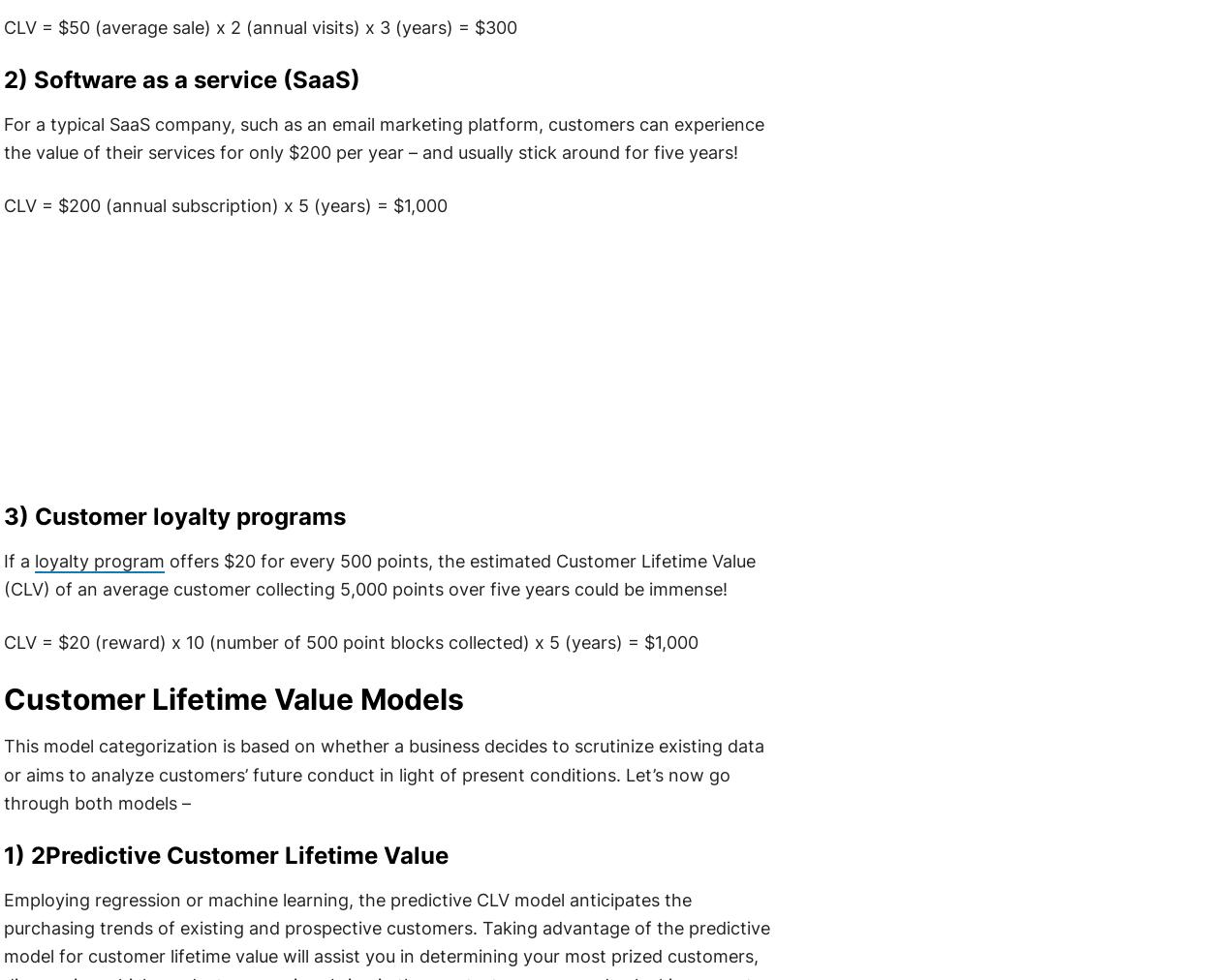 This screenshot has width=1211, height=980. I want to click on 'offers $20 for every 500 points, the estimated Customer Lifetime Value (CLV) of an average customer collecting 5,000 points over five years could be immense!', so click(2, 573).